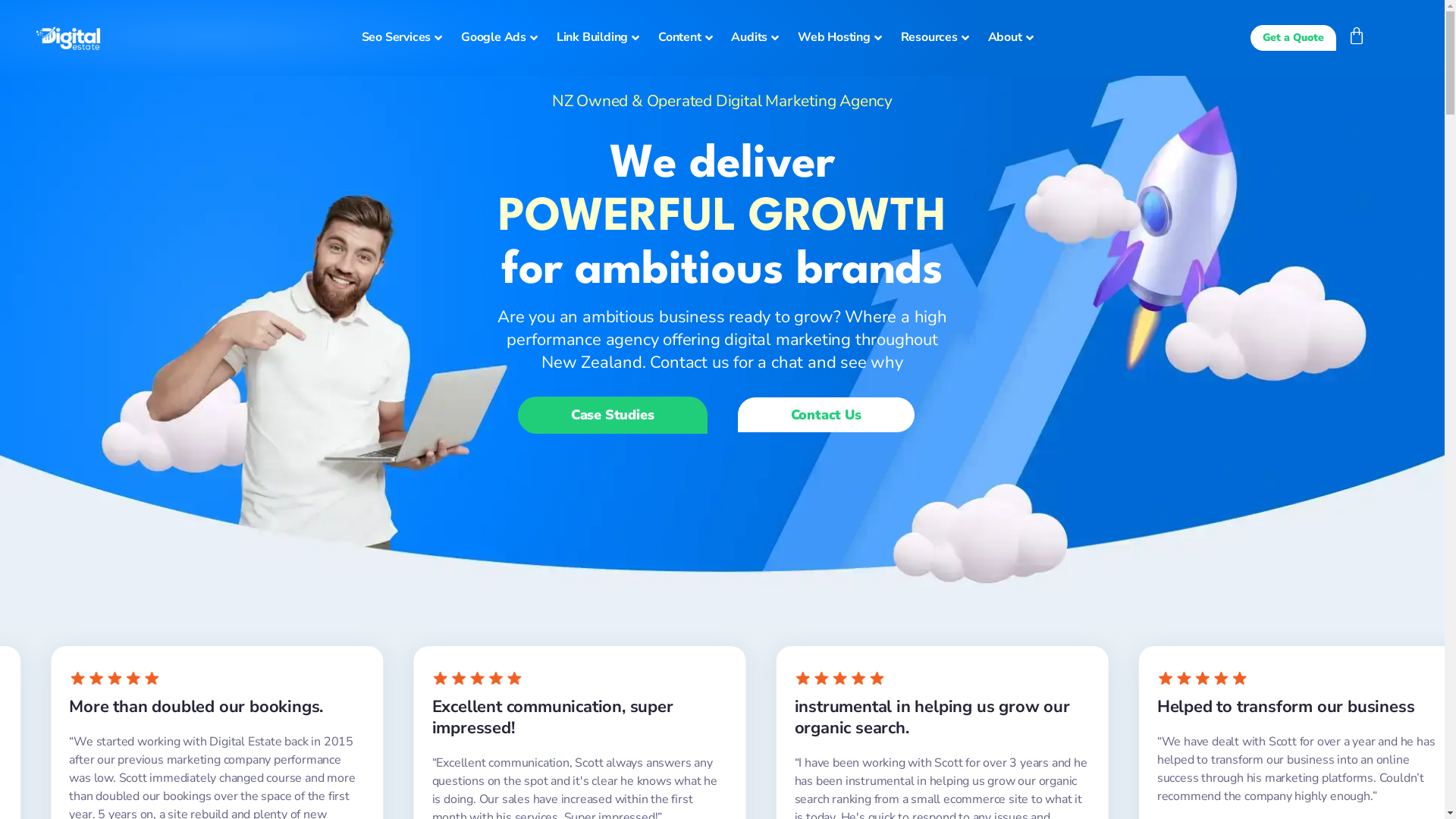 This screenshot has height=819, width=1456. What do you see at coordinates (599, 37) in the screenshot?
I see `'Link Building'` at bounding box center [599, 37].